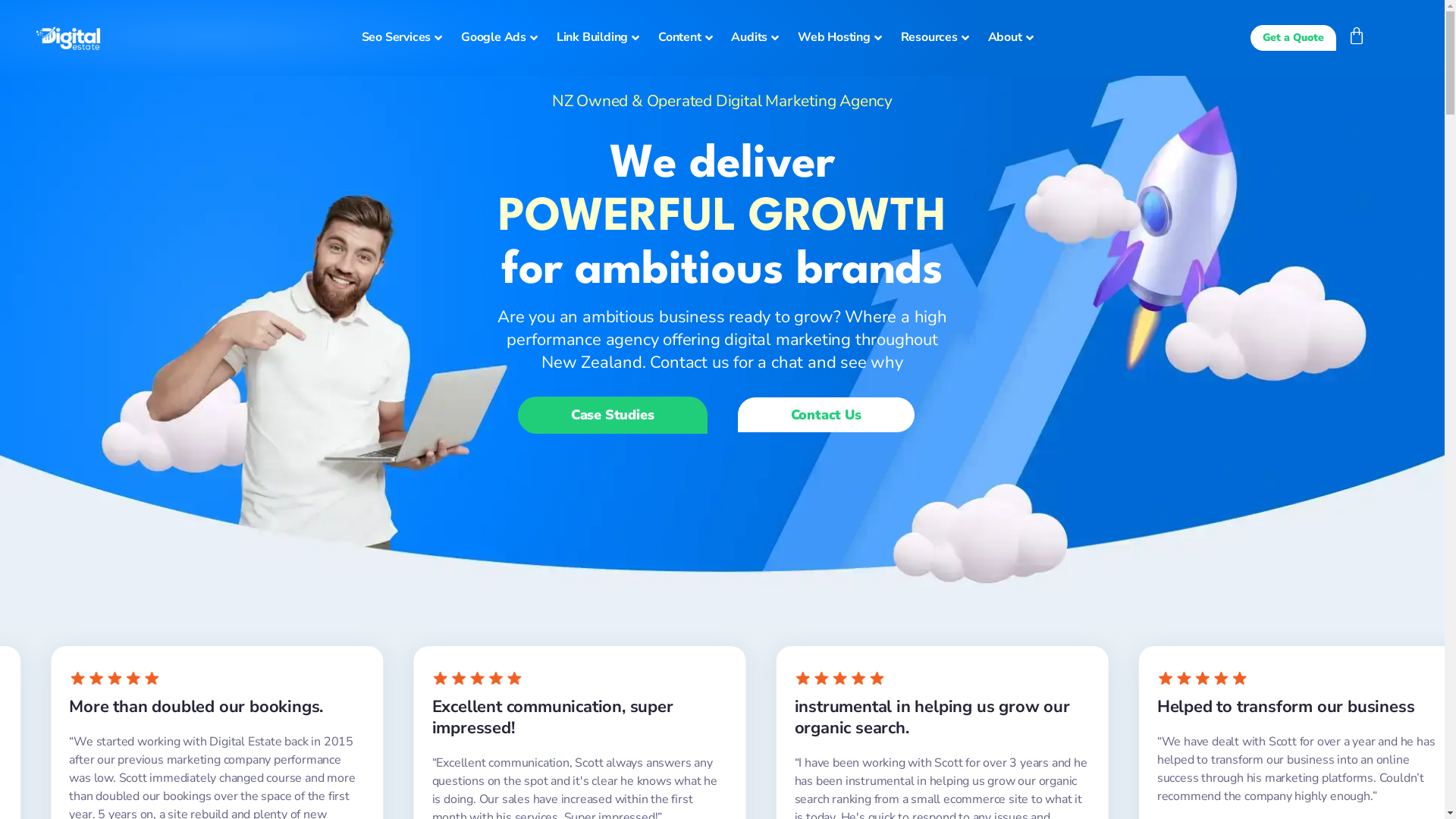 This screenshot has height=819, width=1456. What do you see at coordinates (599, 37) in the screenshot?
I see `'Link Building'` at bounding box center [599, 37].